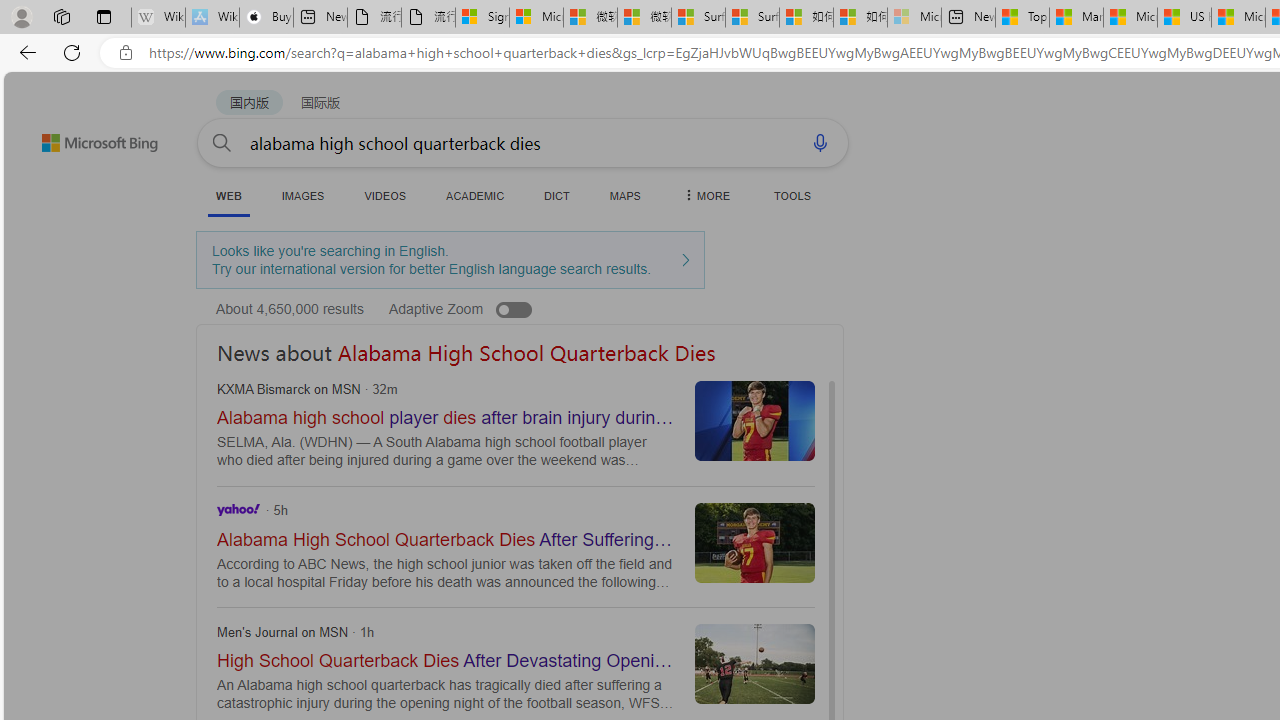 This screenshot has width=1280, height=720. Describe the element at coordinates (913, 17) in the screenshot. I see `'Microsoft account | Account Checkup - Sleeping'` at that location.